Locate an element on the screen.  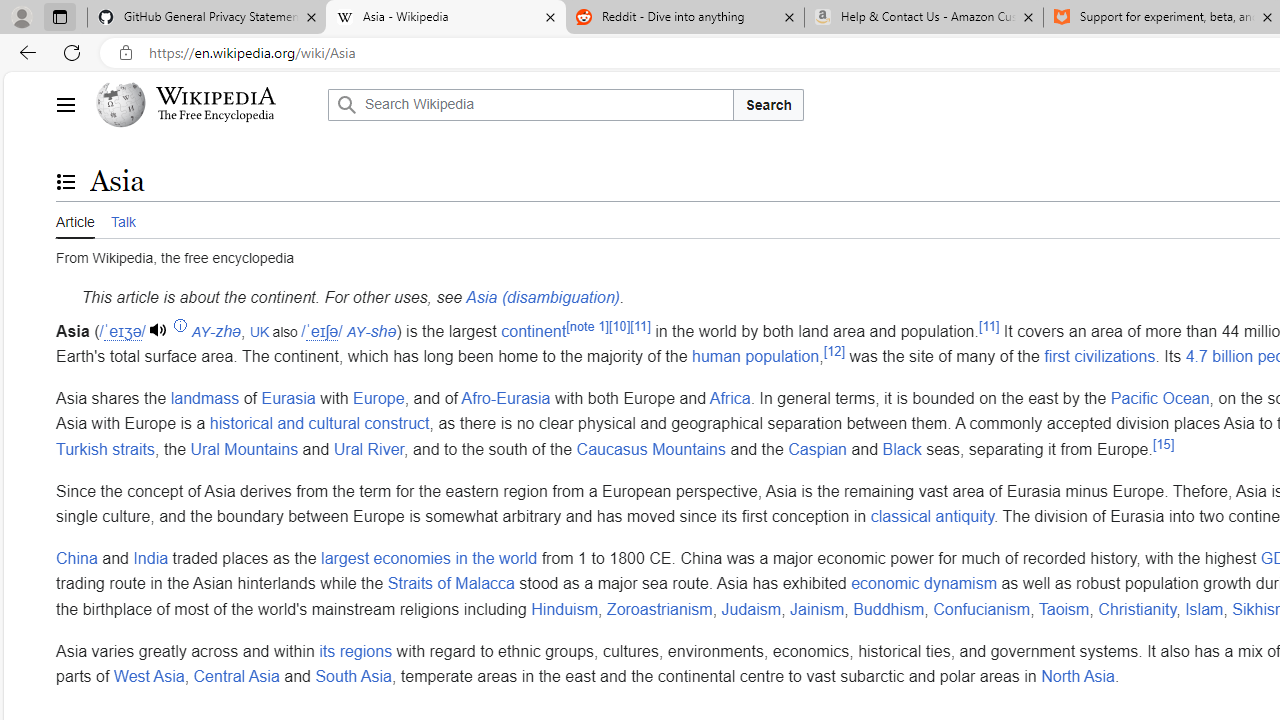
'historical and cultural construct' is located at coordinates (318, 422).